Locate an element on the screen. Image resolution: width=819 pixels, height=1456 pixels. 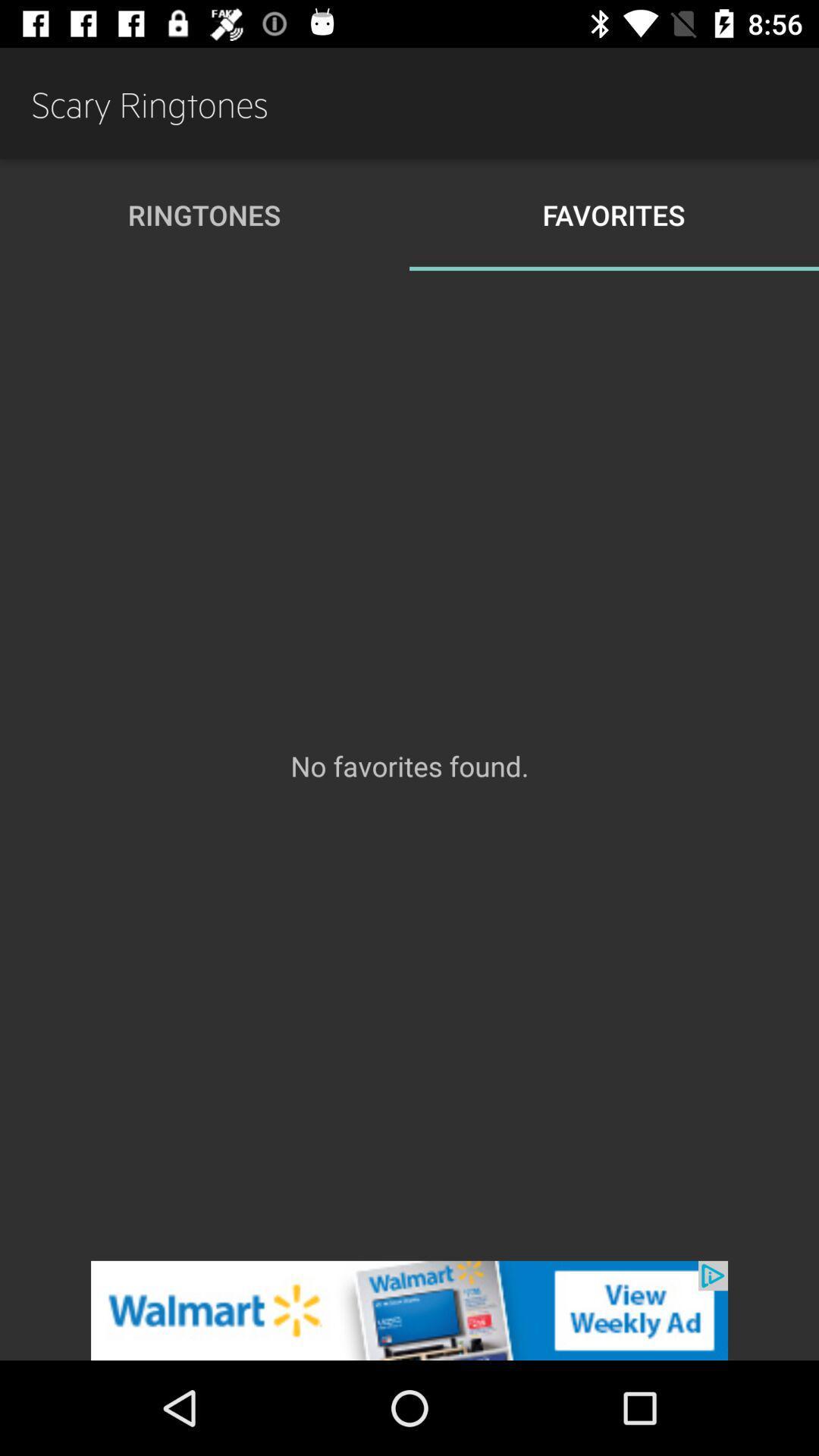
banner advertisement is located at coordinates (409, 1310).